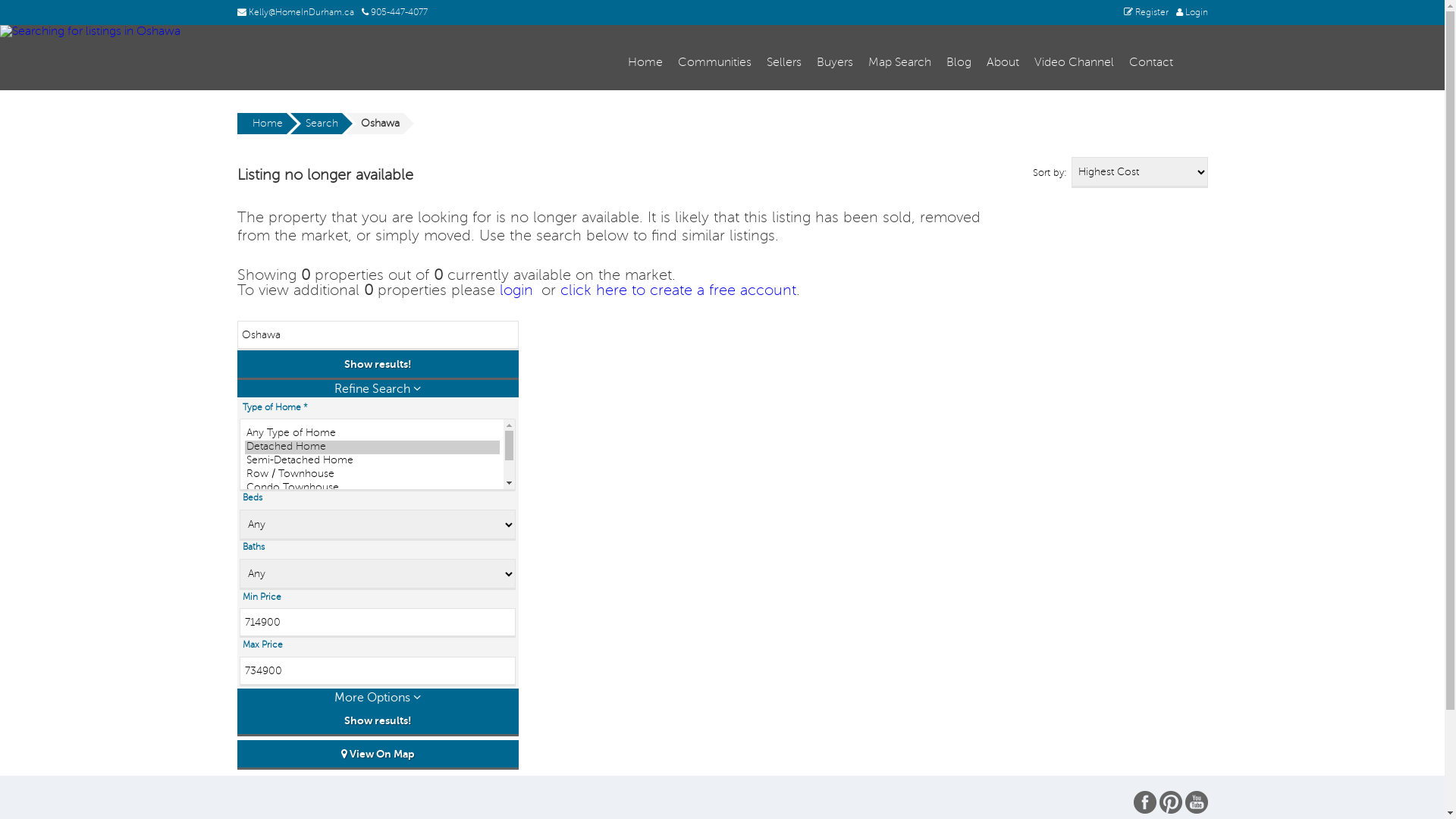  What do you see at coordinates (377, 697) in the screenshot?
I see `'More Options'` at bounding box center [377, 697].